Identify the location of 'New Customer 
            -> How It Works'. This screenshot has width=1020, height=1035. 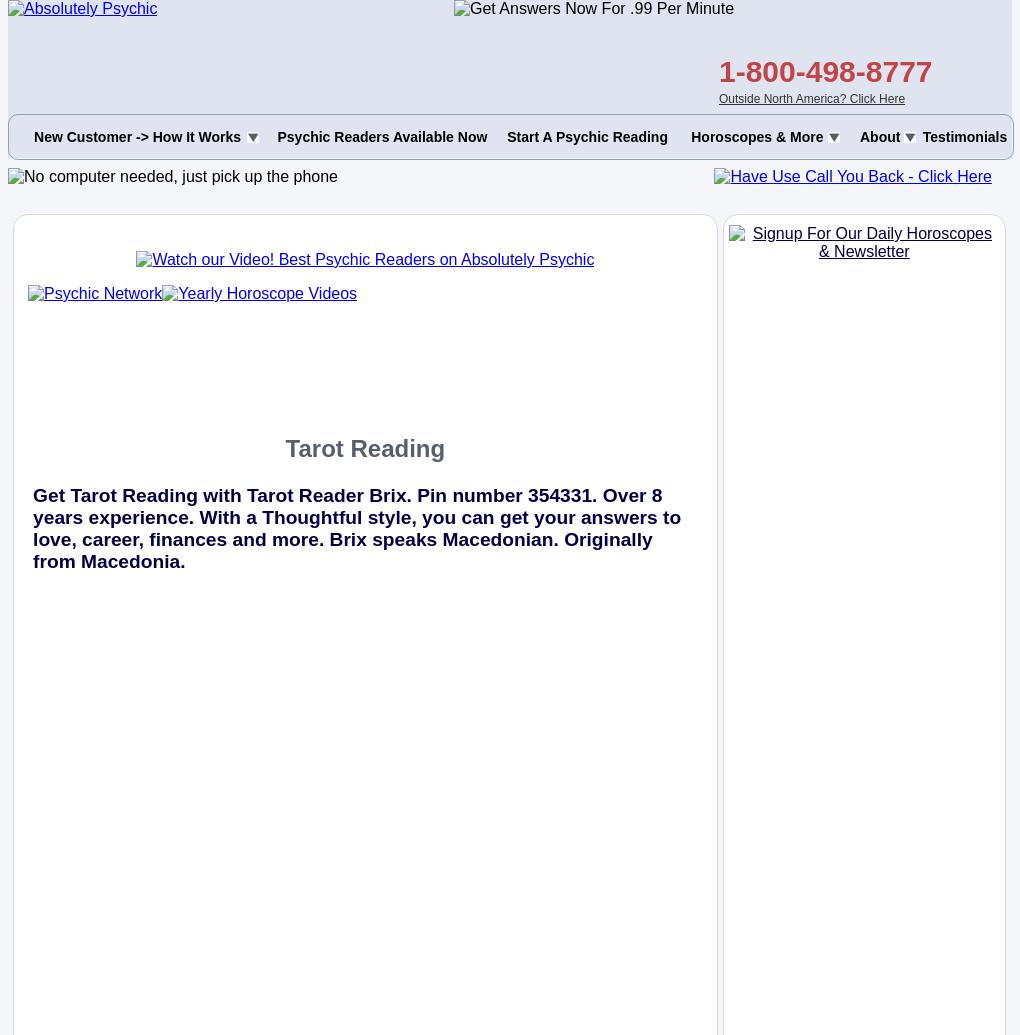
(137, 137).